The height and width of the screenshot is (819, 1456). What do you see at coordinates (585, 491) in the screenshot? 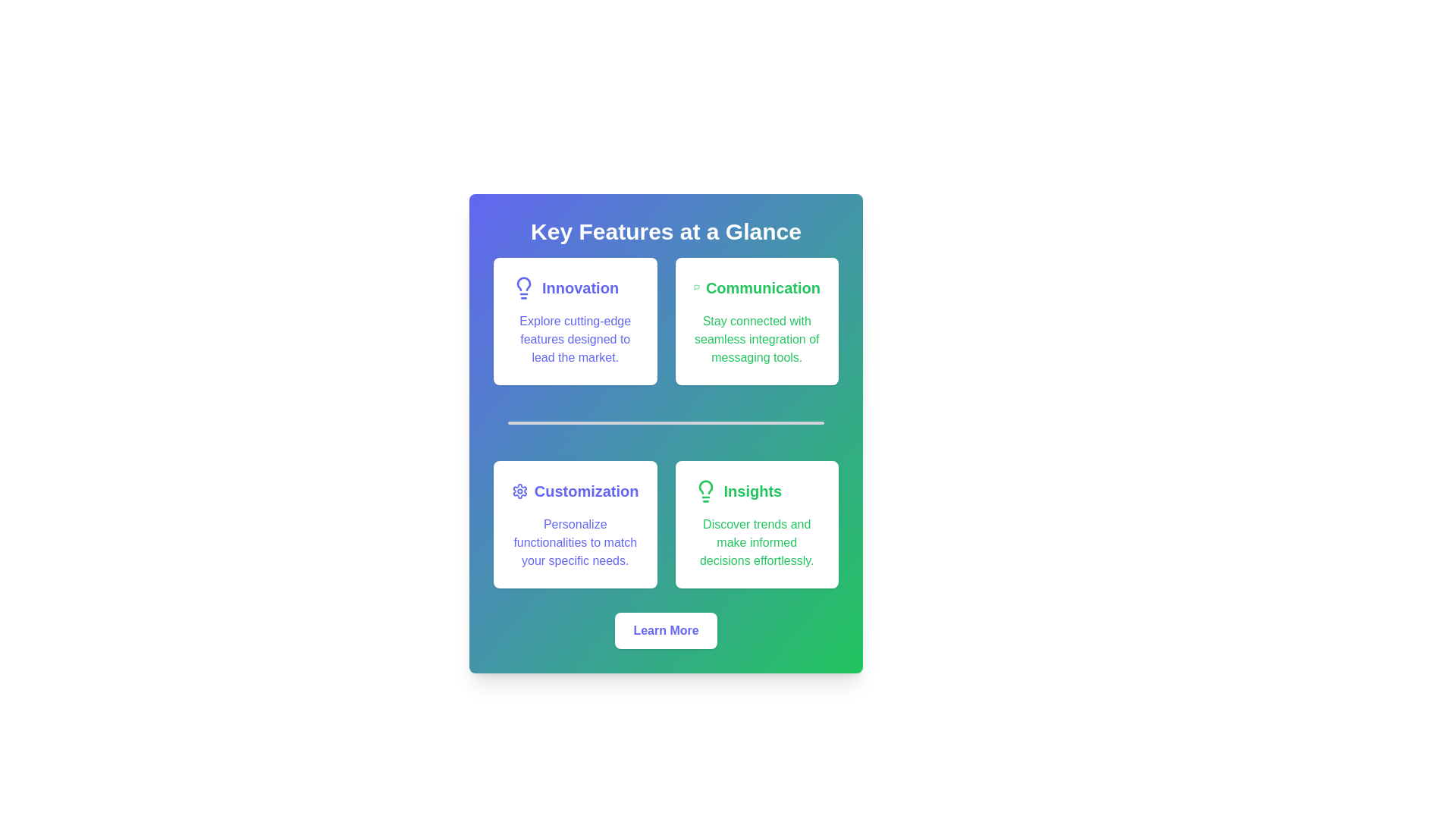
I see `the Text label that acts as a title for the associated feature description in the second card of the lower row among four feature cards` at bounding box center [585, 491].